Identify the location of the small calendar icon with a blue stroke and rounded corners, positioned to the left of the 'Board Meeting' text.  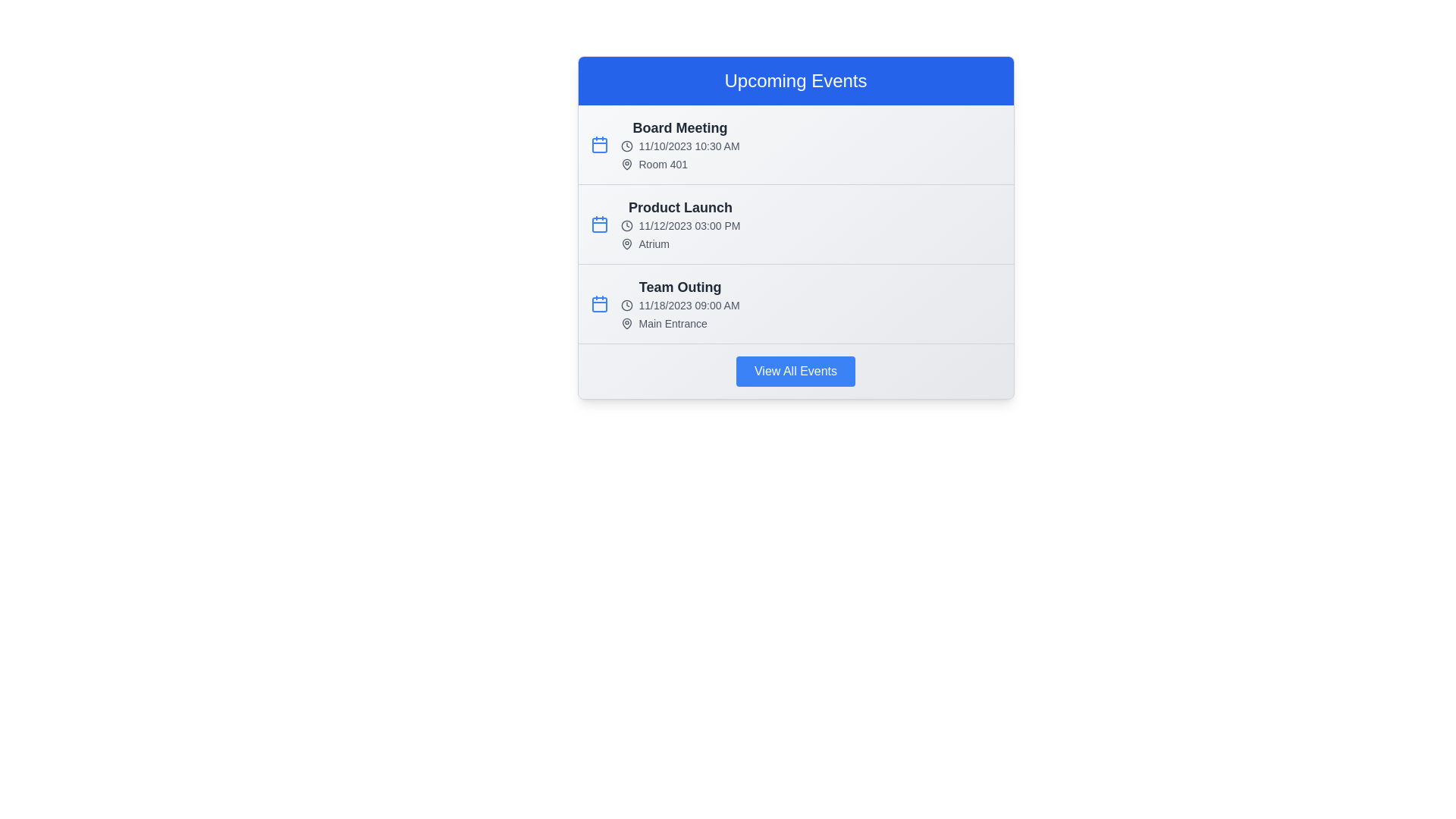
(598, 145).